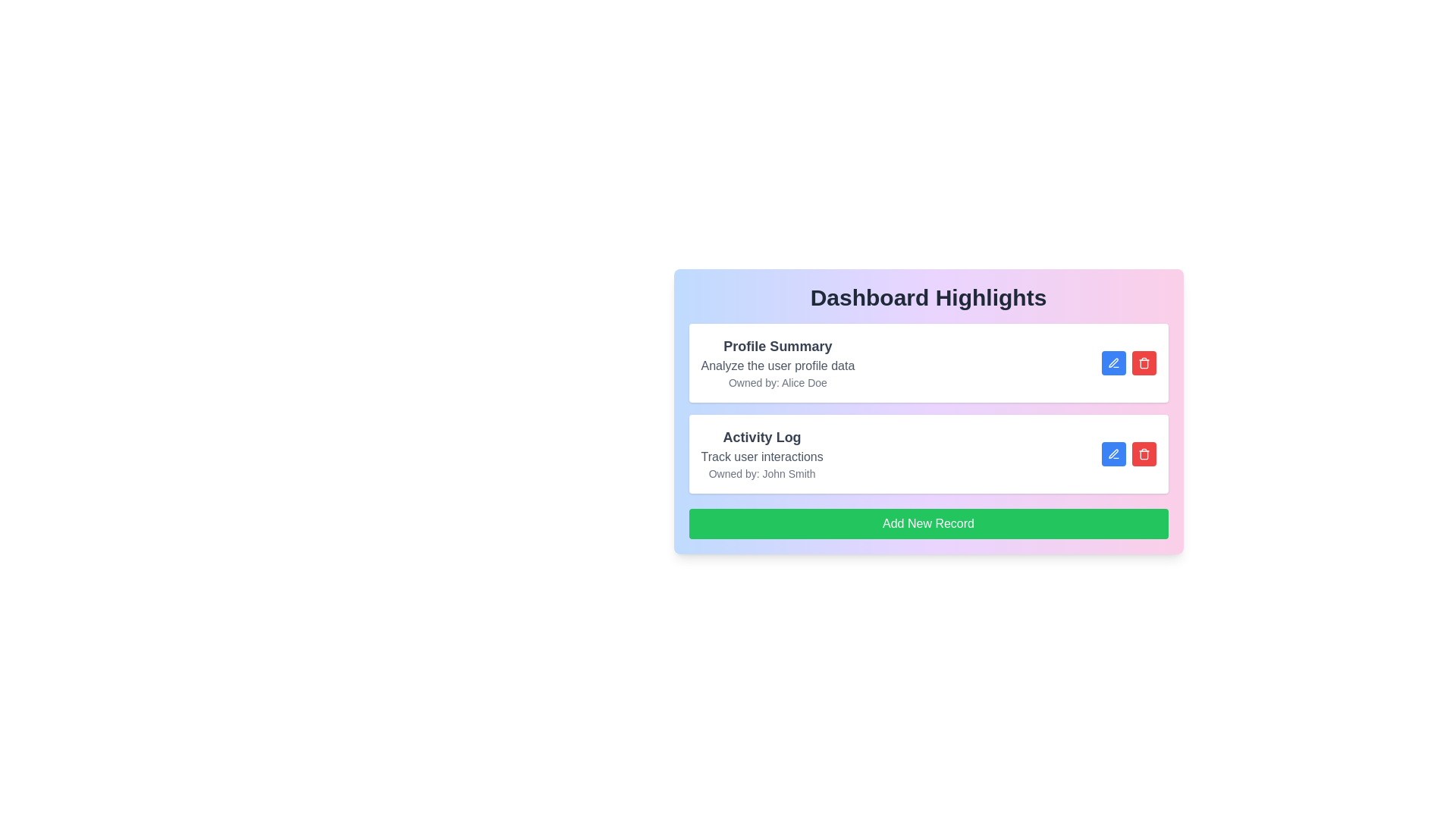 This screenshot has width=1456, height=819. I want to click on the blue pen icon button located in the top right region of the 'Profile Summary' list item card to initiate the edit action, so click(1113, 362).